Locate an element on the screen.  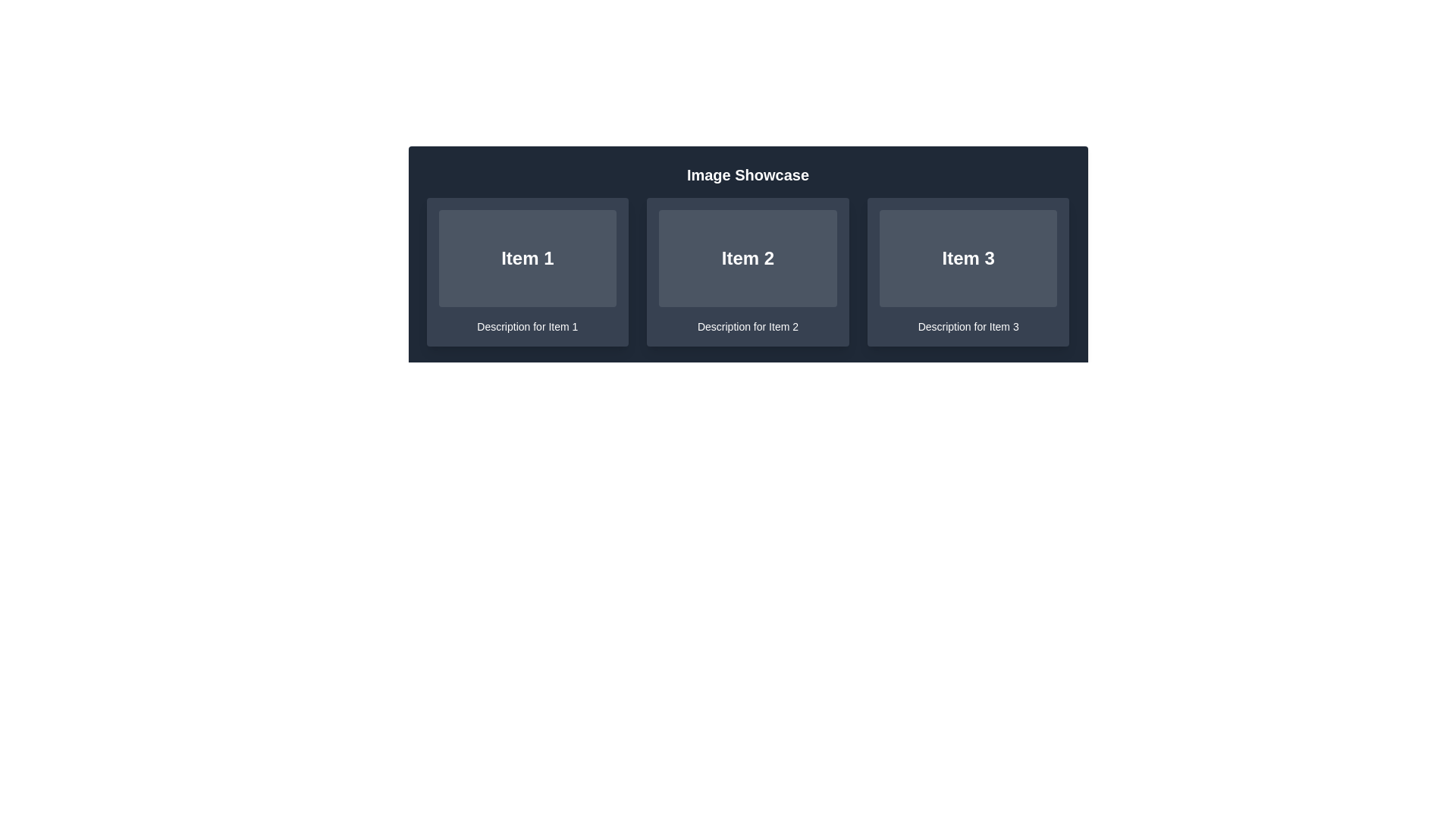
the text label displaying 'Item 1' in bold white font against a dark gray background, which is centrally placed within the first item box is located at coordinates (527, 257).